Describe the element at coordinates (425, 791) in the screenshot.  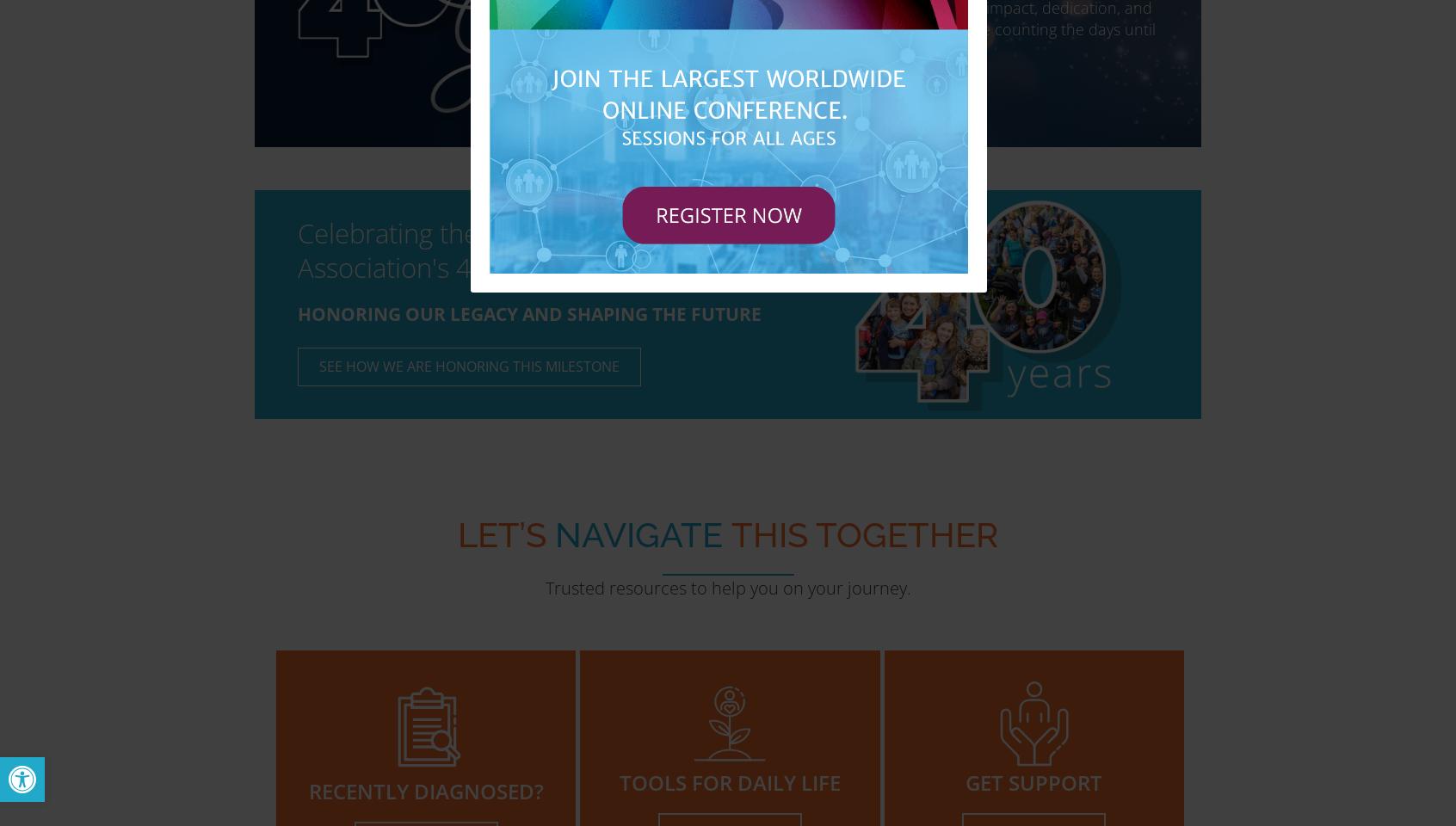
I see `'Recently Diagnosed?'` at that location.